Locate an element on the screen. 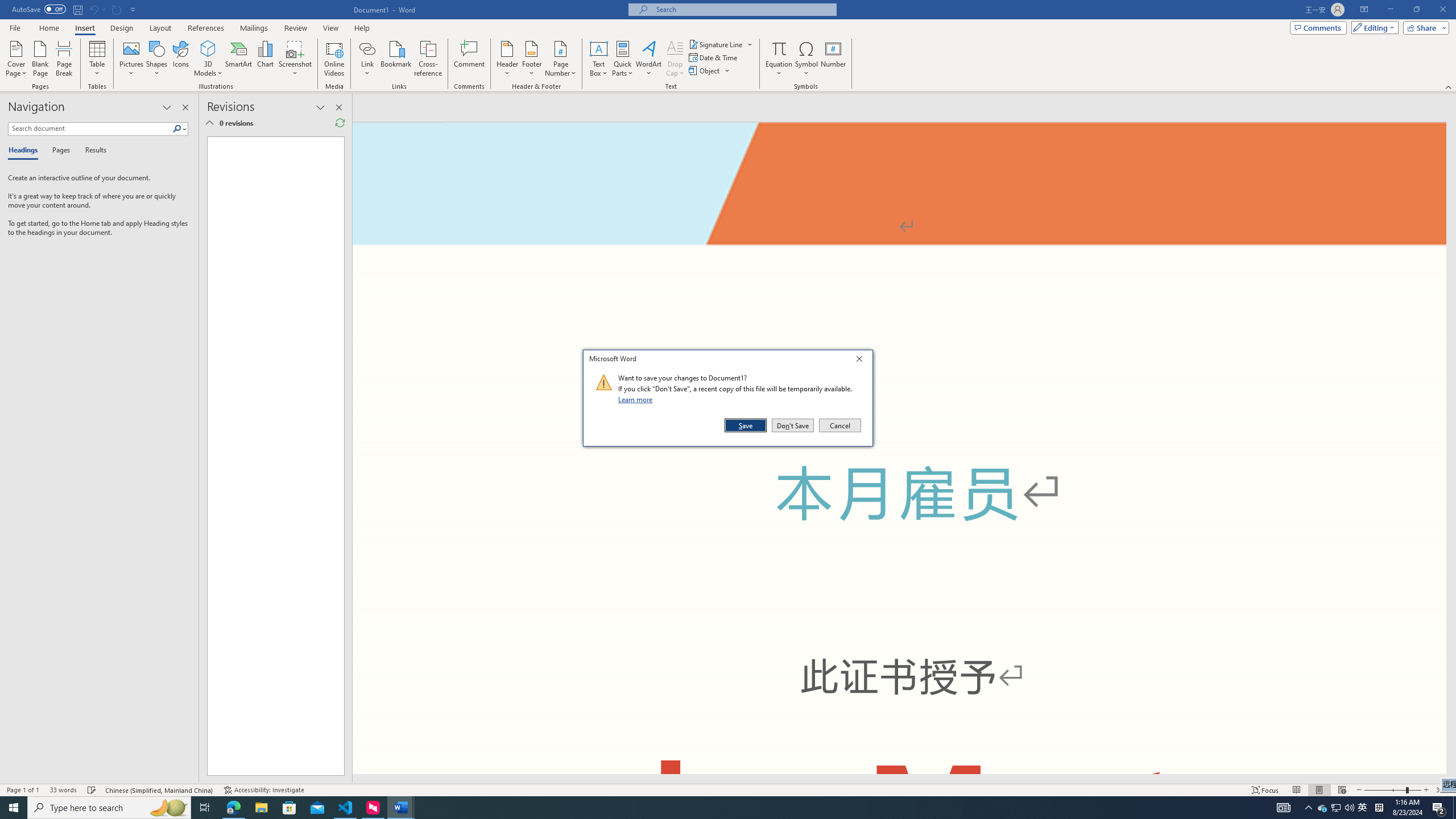 Image resolution: width=1456 pixels, height=819 pixels. 'Zoom' is located at coordinates (1392, 790).